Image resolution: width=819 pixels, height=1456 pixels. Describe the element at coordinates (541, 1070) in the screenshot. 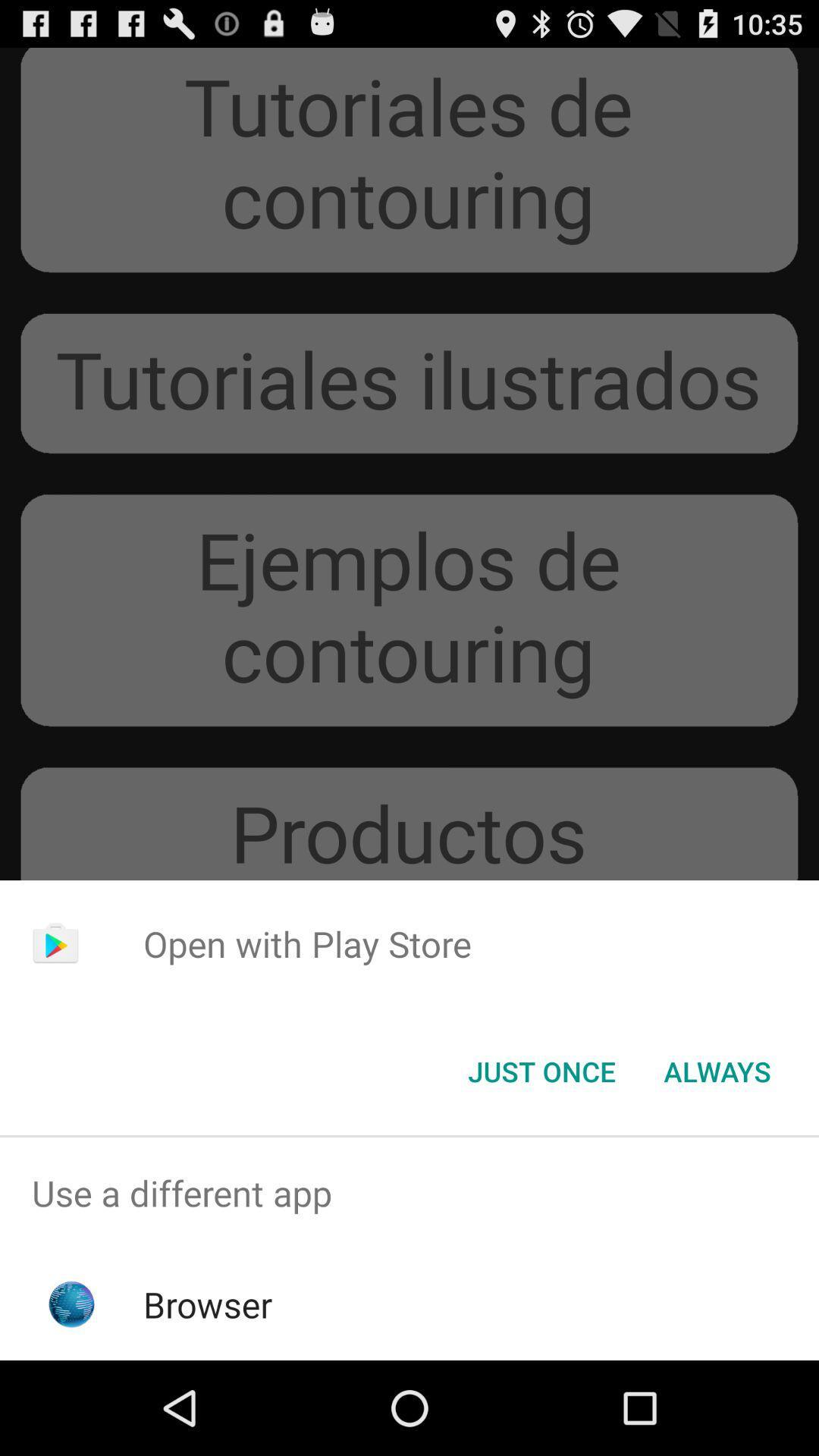

I see `icon next to always button` at that location.